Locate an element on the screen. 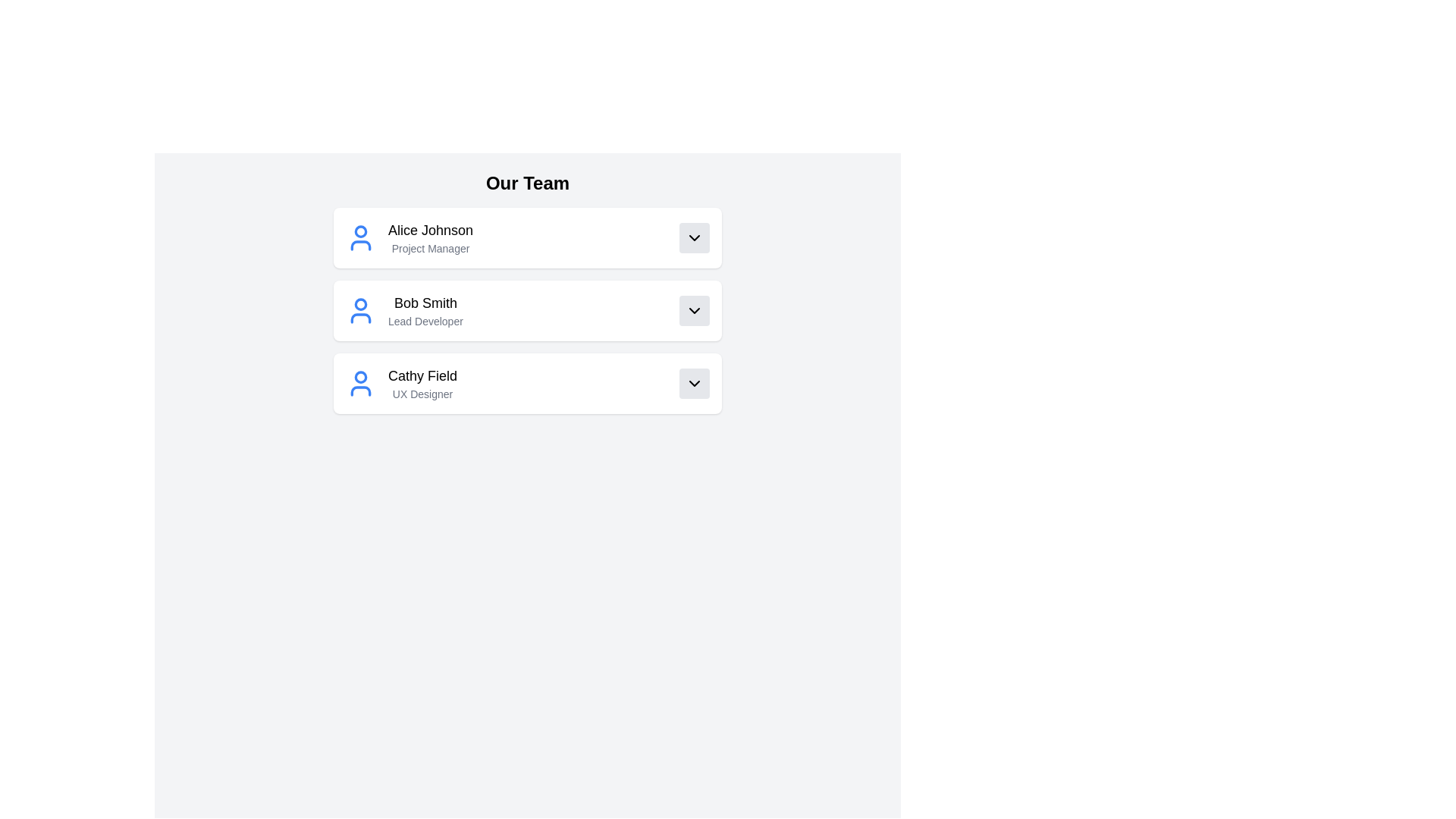  the heading text 'Our Team' located at the top-center of the interface is located at coordinates (528, 183).